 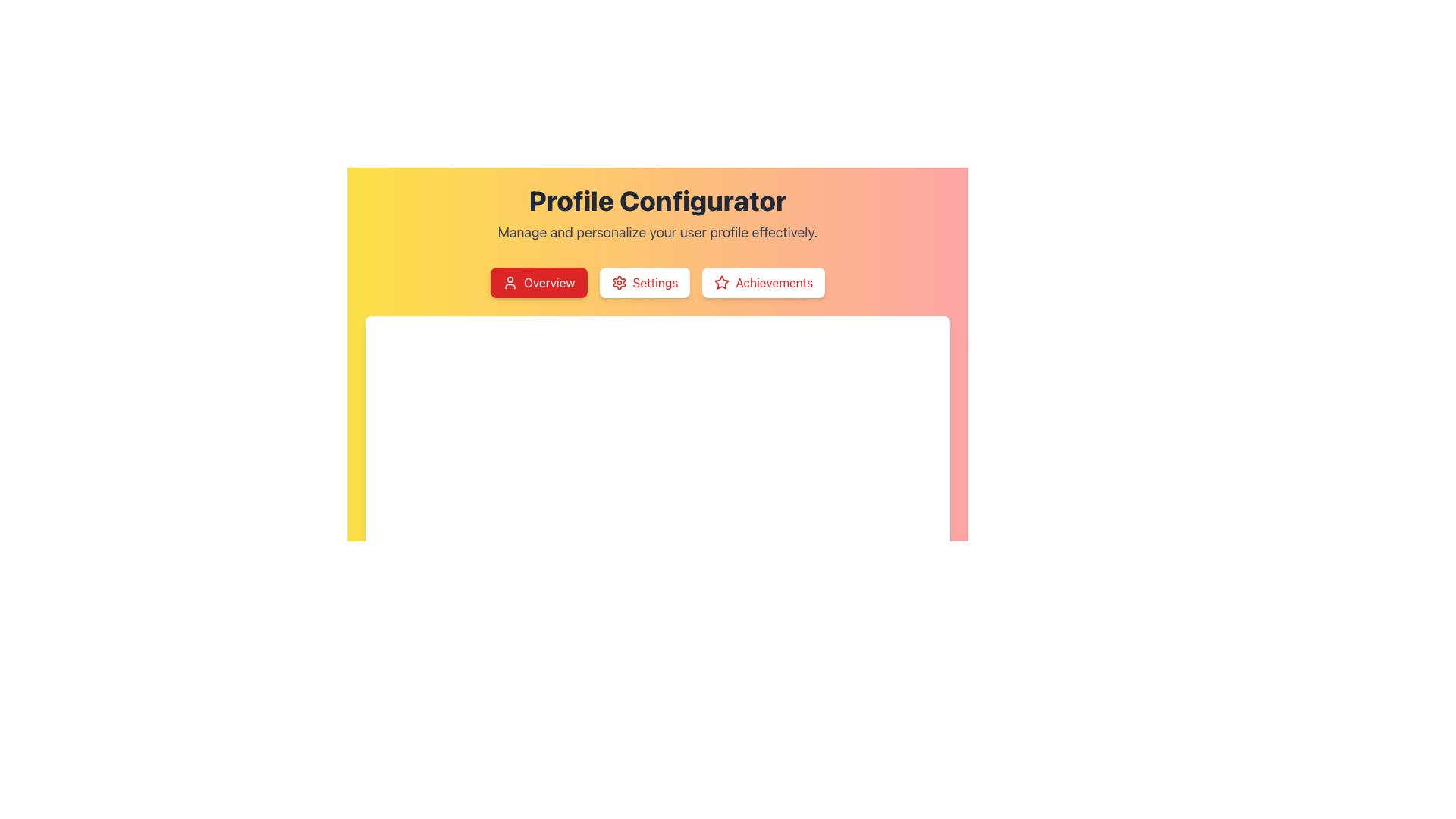 What do you see at coordinates (510, 283) in the screenshot?
I see `the 'Overview' icon located to the left of the 'Overview' text label, positioned at the top section of the interface` at bounding box center [510, 283].